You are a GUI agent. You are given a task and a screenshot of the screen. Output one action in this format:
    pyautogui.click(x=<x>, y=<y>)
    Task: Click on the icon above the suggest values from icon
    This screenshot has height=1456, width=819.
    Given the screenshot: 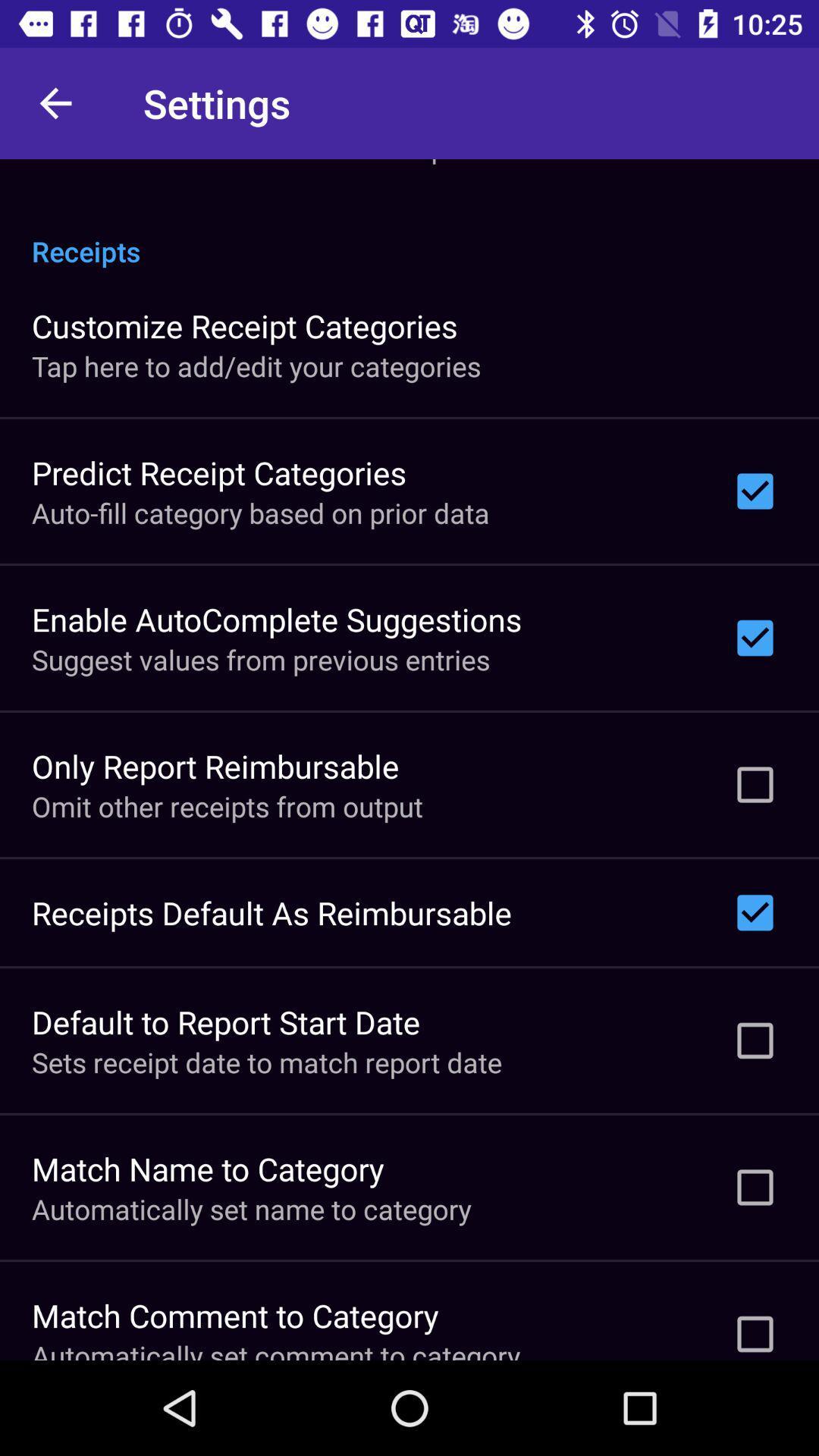 What is the action you would take?
    pyautogui.click(x=277, y=619)
    